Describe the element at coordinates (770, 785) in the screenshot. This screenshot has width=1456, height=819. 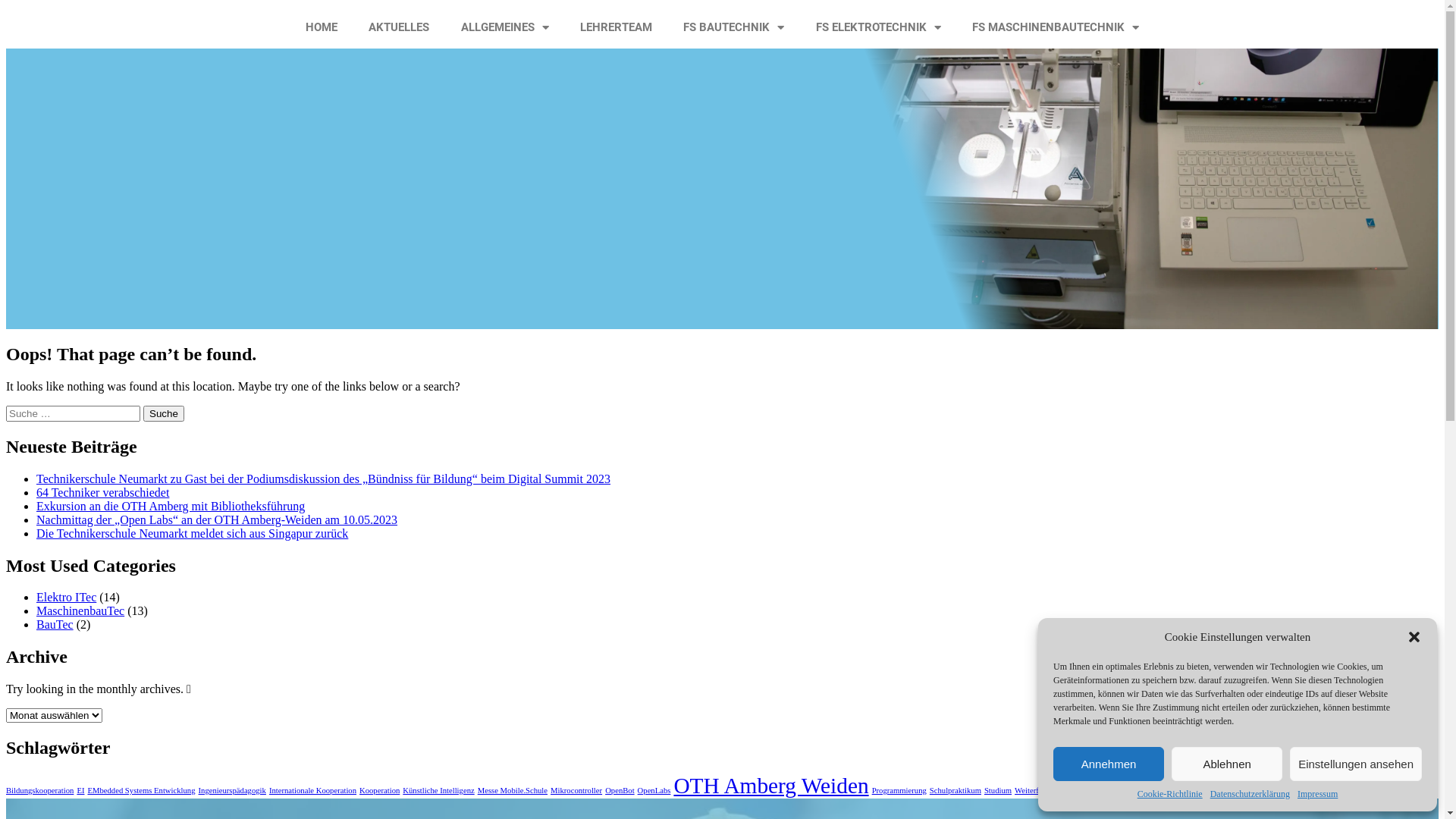
I see `'OTH Amberg Weiden'` at that location.